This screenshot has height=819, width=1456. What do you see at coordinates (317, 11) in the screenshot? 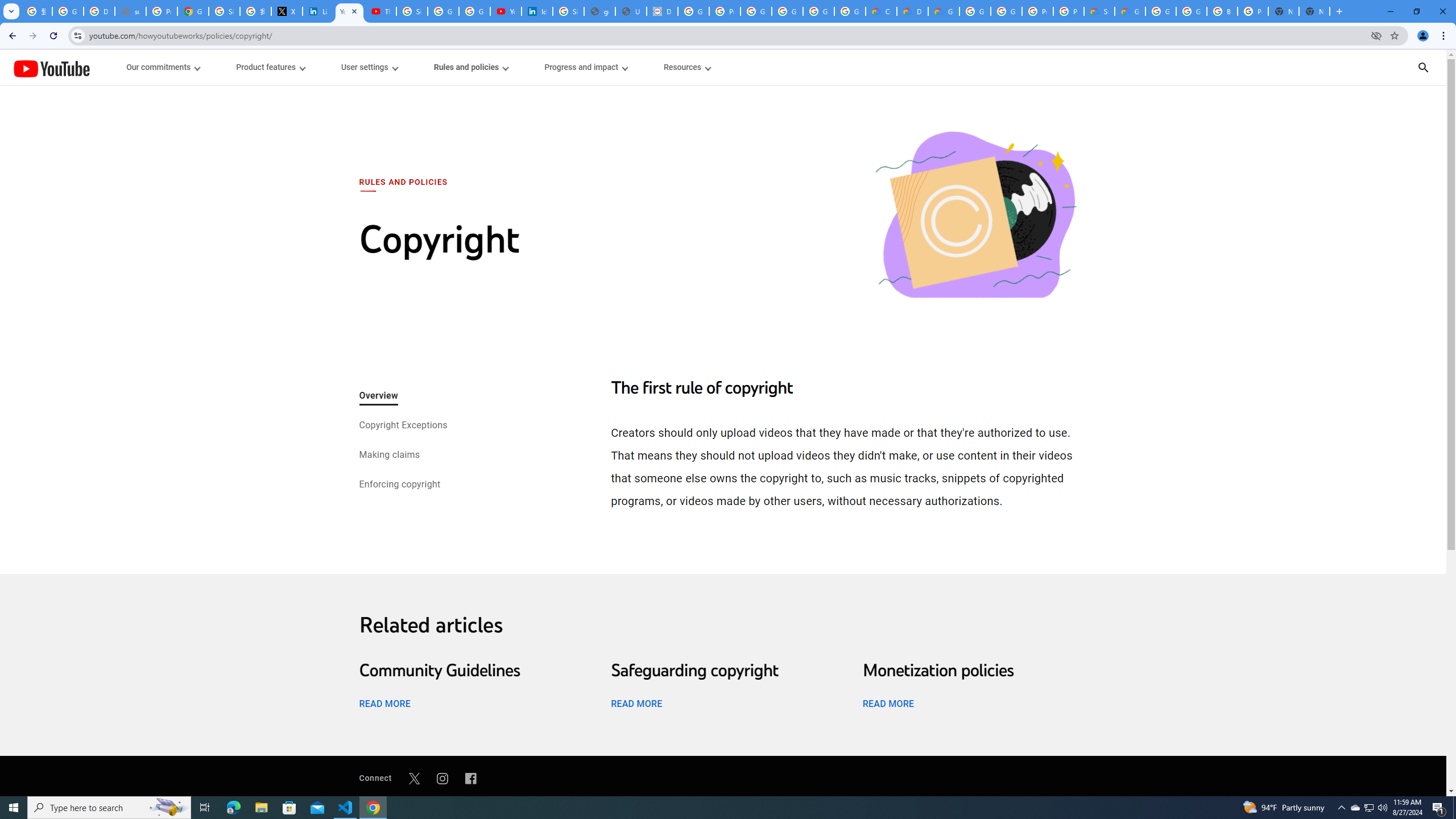
I see `'LinkedIn Privacy Policy'` at bounding box center [317, 11].